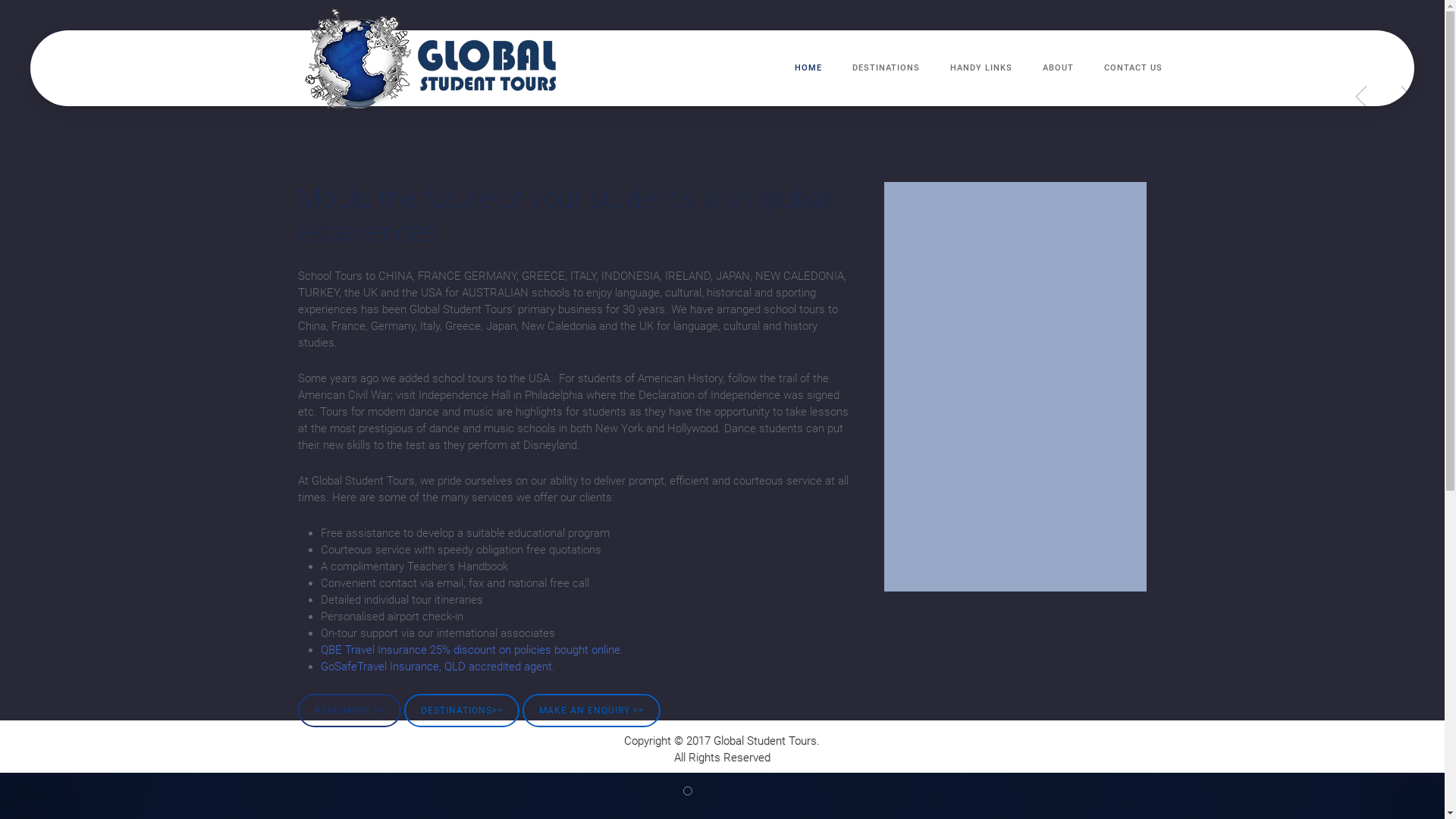 This screenshot has height=819, width=1456. What do you see at coordinates (348, 711) in the screenshot?
I see `'READ MORE >>'` at bounding box center [348, 711].